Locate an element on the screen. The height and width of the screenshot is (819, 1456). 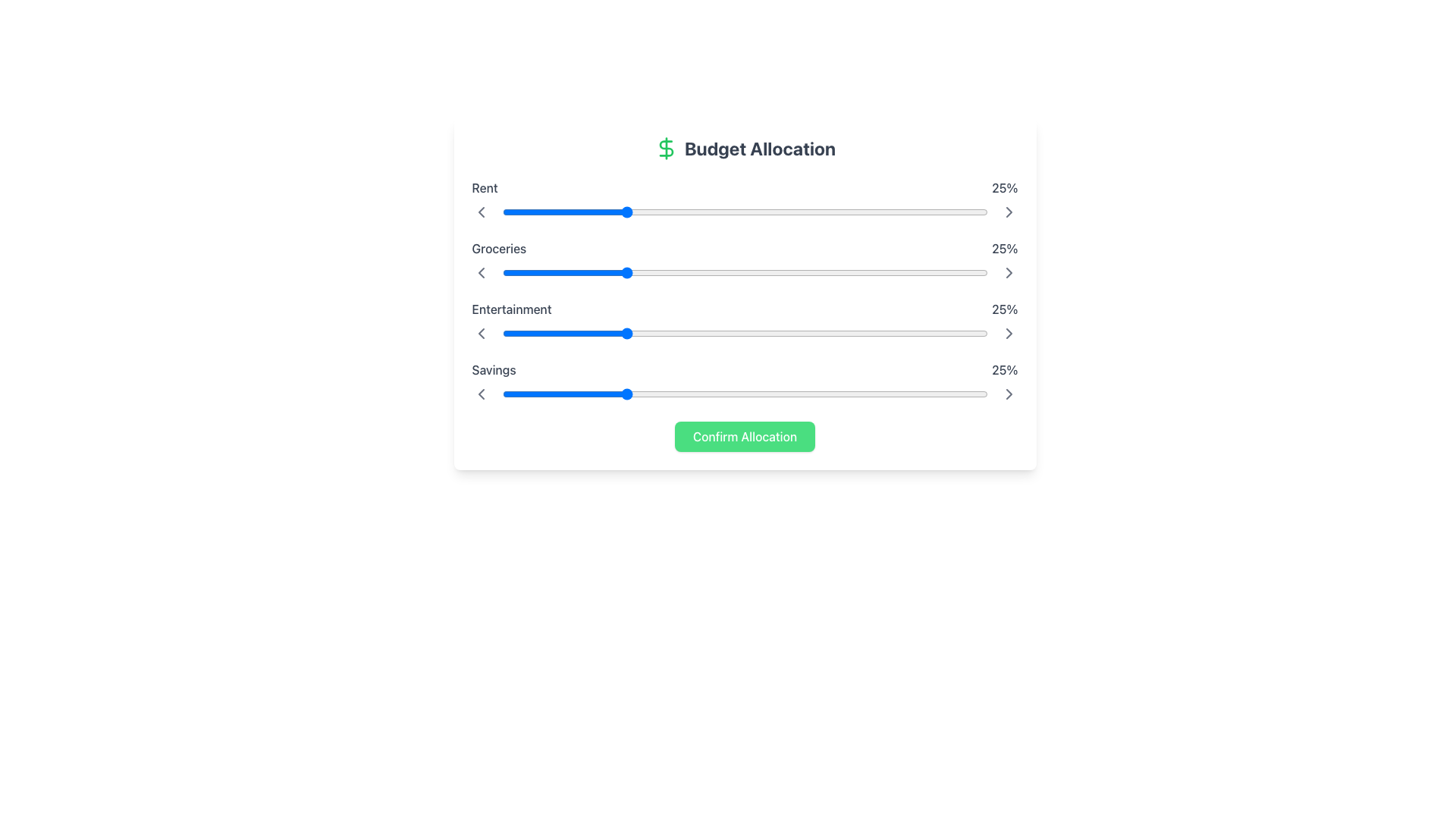
the slider value is located at coordinates (648, 271).